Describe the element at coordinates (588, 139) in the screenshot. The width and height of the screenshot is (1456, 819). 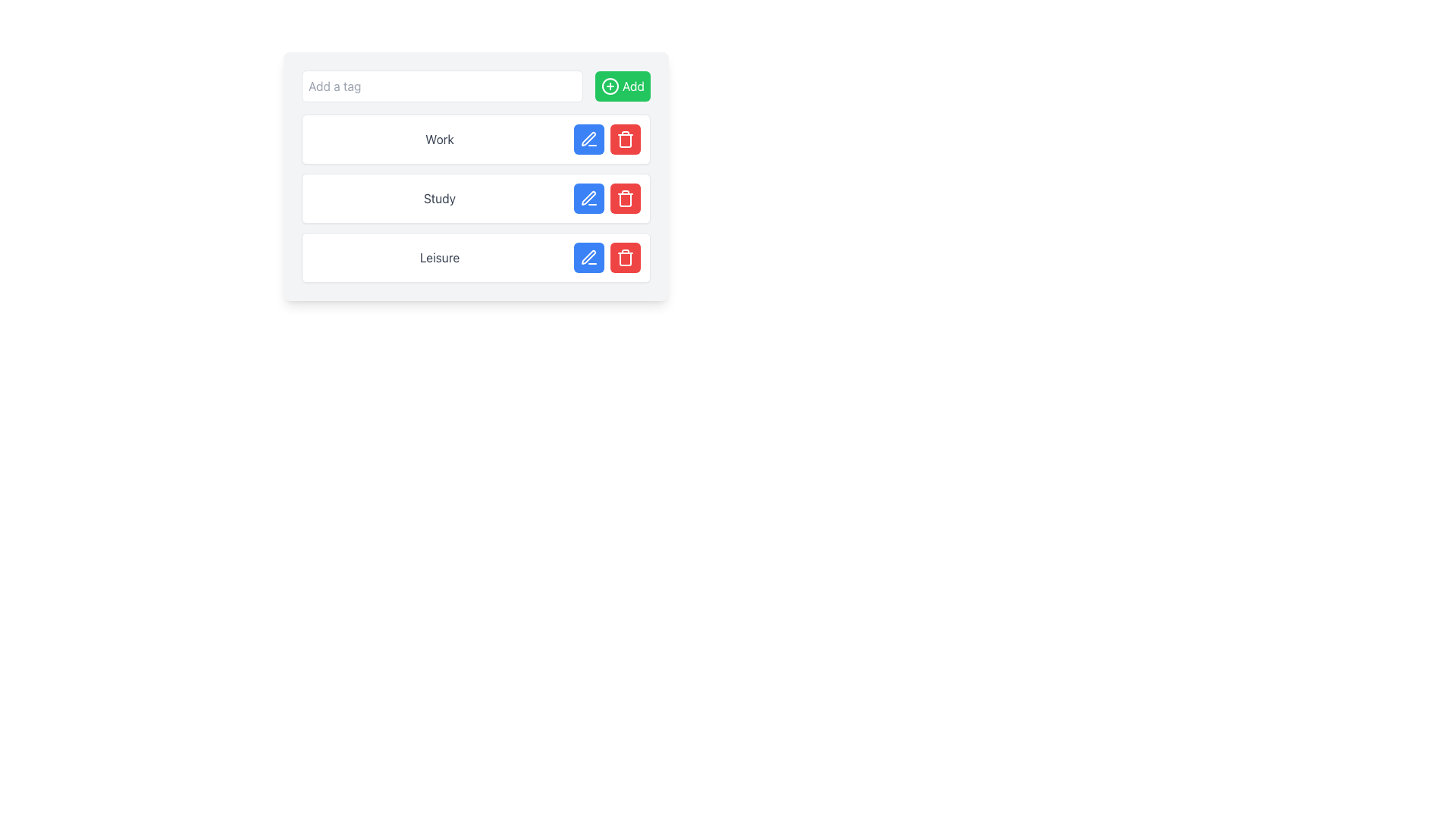
I see `the pen-shaped icon button located on the right side of the 'Work' list item` at that location.